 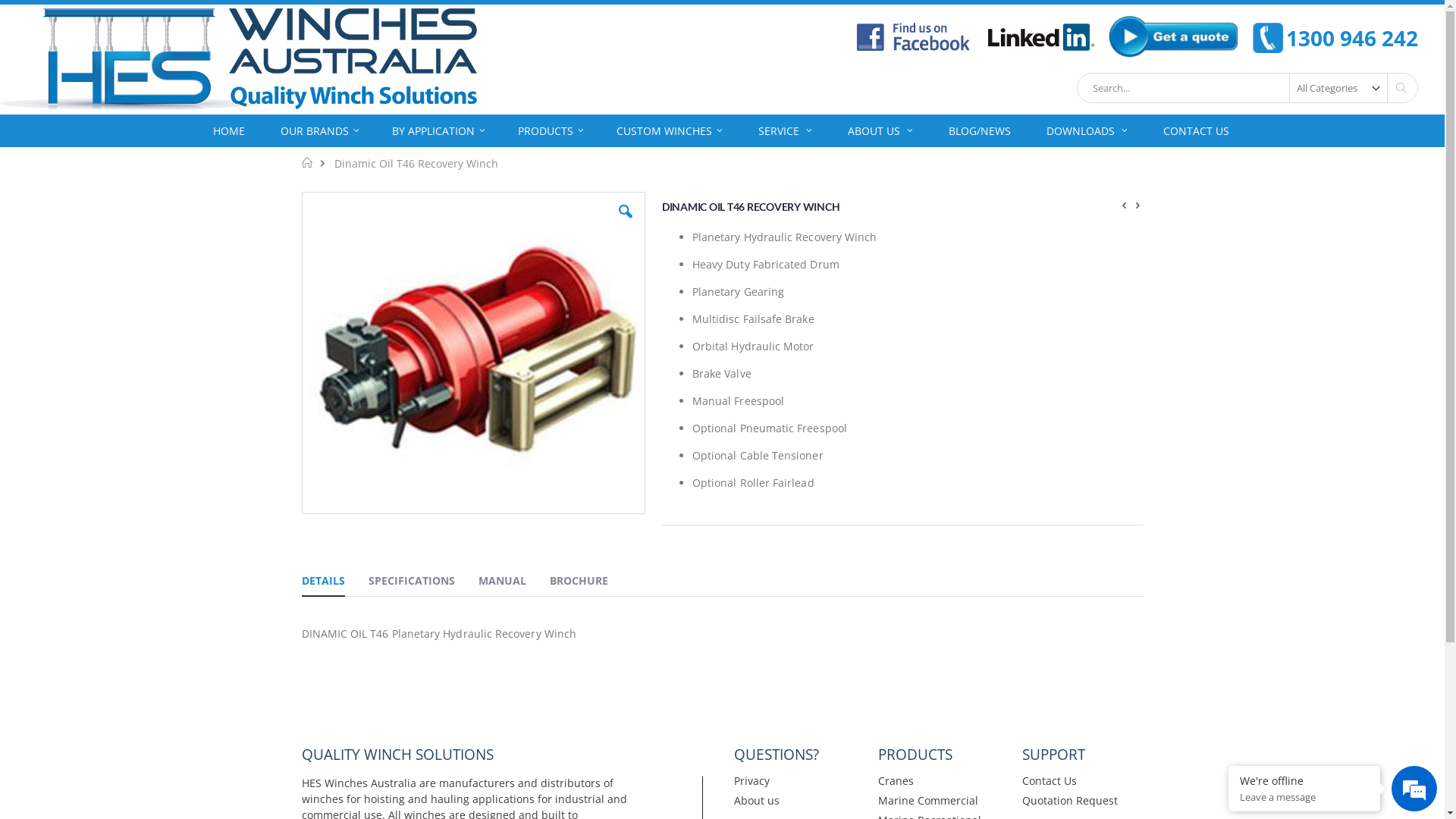 What do you see at coordinates (1252, 37) in the screenshot?
I see `'1300 946 242'` at bounding box center [1252, 37].